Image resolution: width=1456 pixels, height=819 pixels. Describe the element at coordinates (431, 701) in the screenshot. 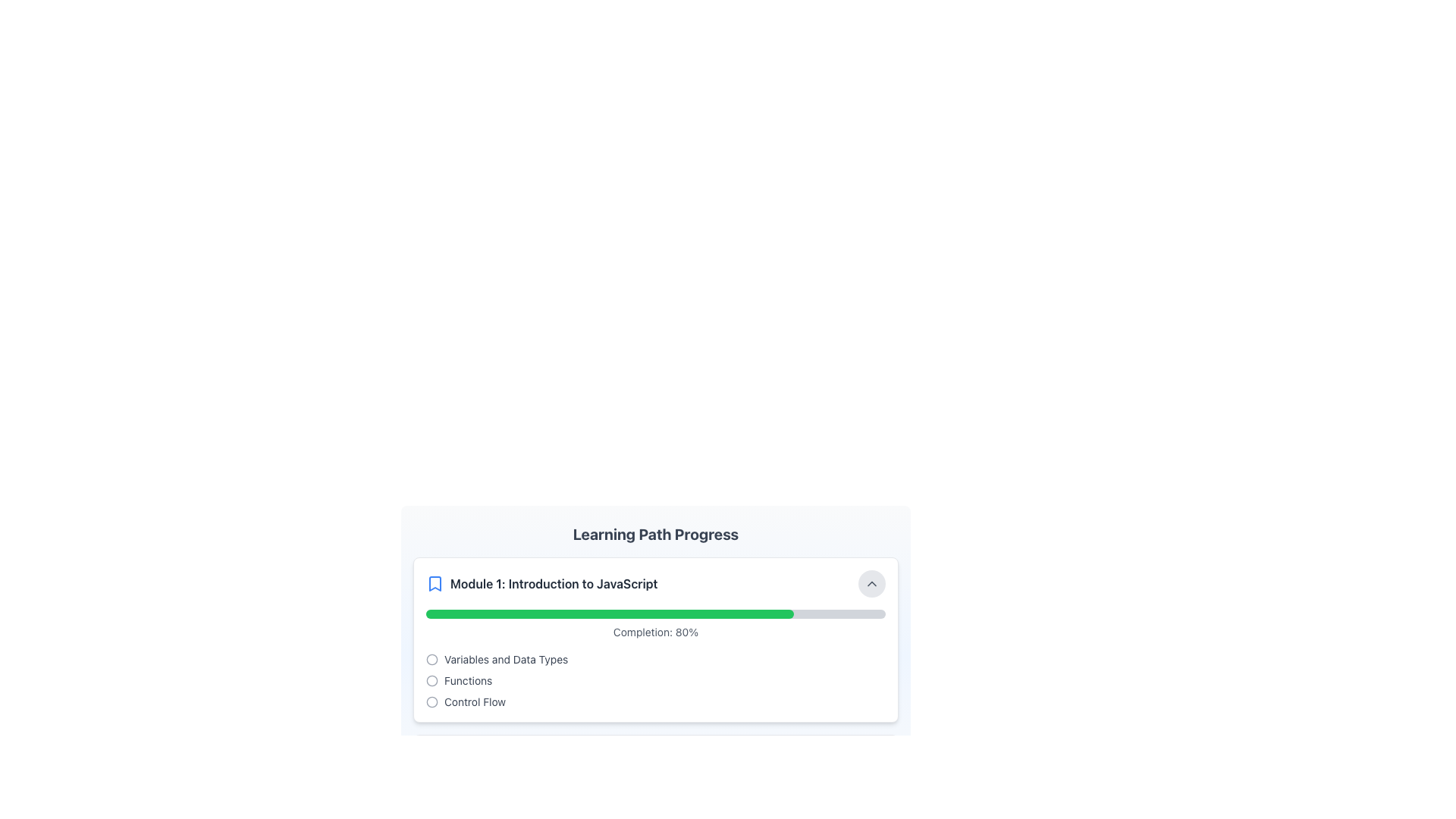

I see `the Indicator Circle, which is a circular shape with a thin outline located in the bottom-right quadrant of the main interface component, part of a grouping of three interactive status indicators under the progress title` at that location.